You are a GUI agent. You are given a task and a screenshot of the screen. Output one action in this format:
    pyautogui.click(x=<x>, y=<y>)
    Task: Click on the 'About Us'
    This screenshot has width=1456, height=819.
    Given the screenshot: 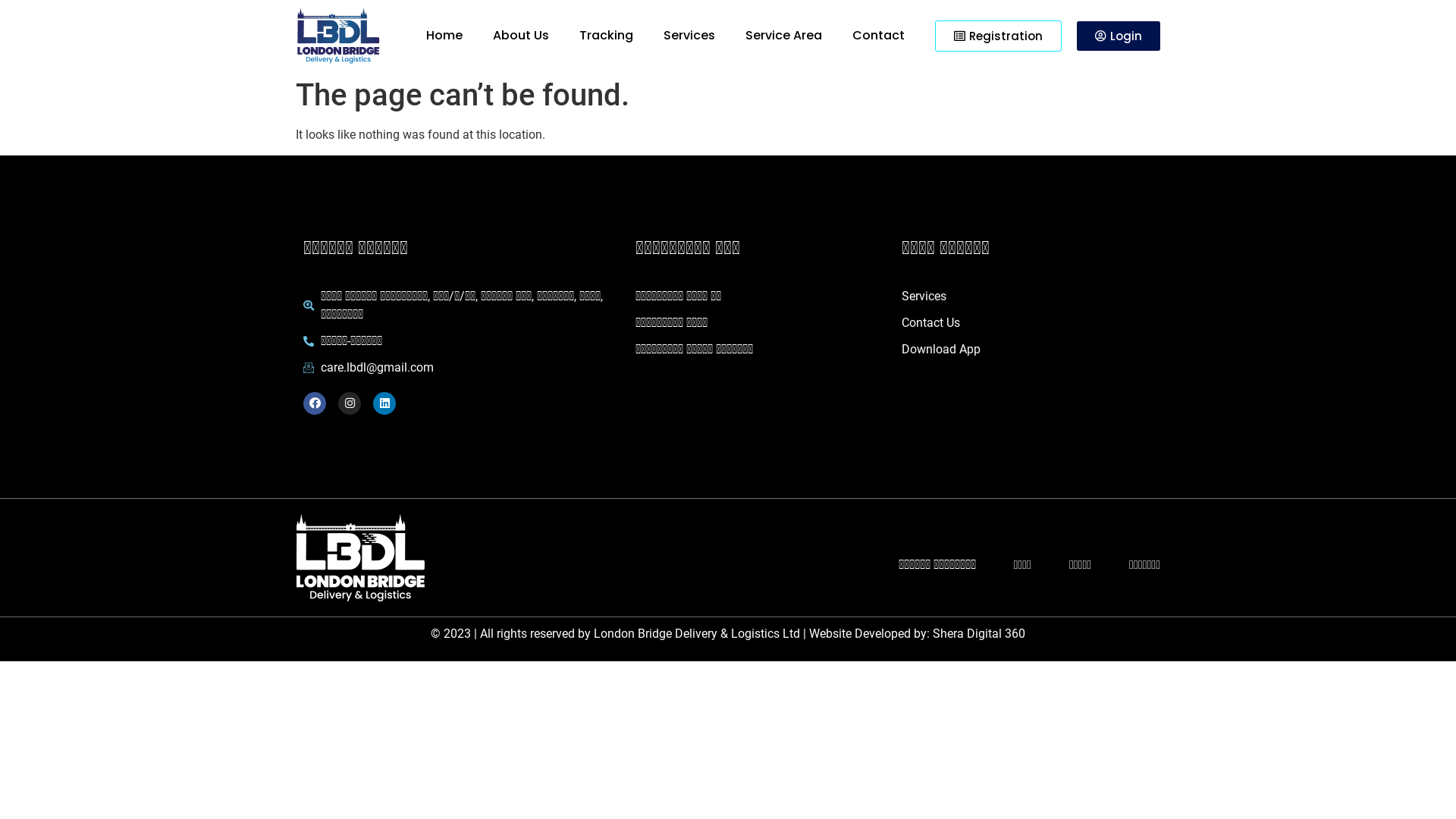 What is the action you would take?
    pyautogui.click(x=520, y=34)
    